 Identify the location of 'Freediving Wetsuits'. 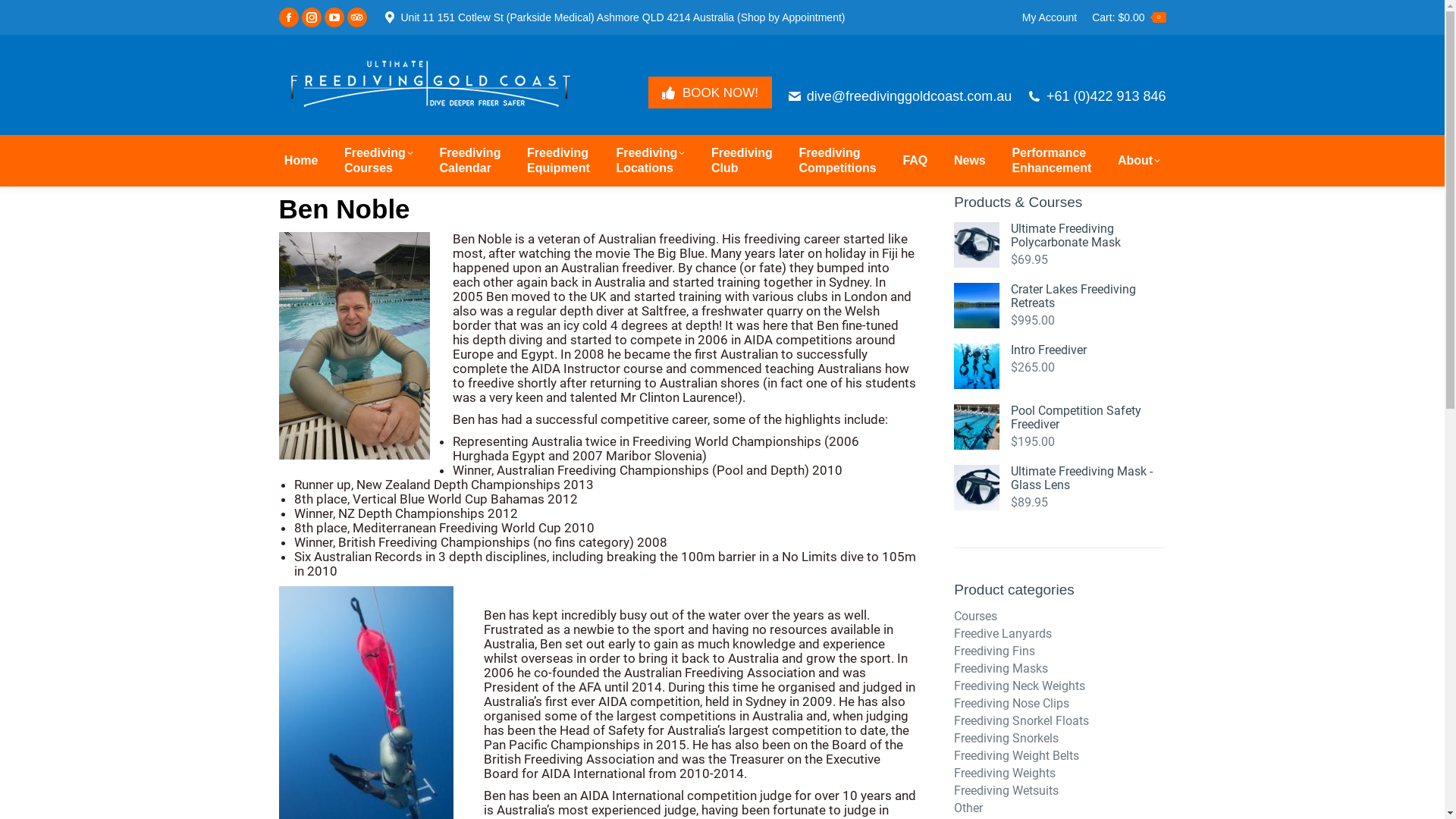
(1006, 789).